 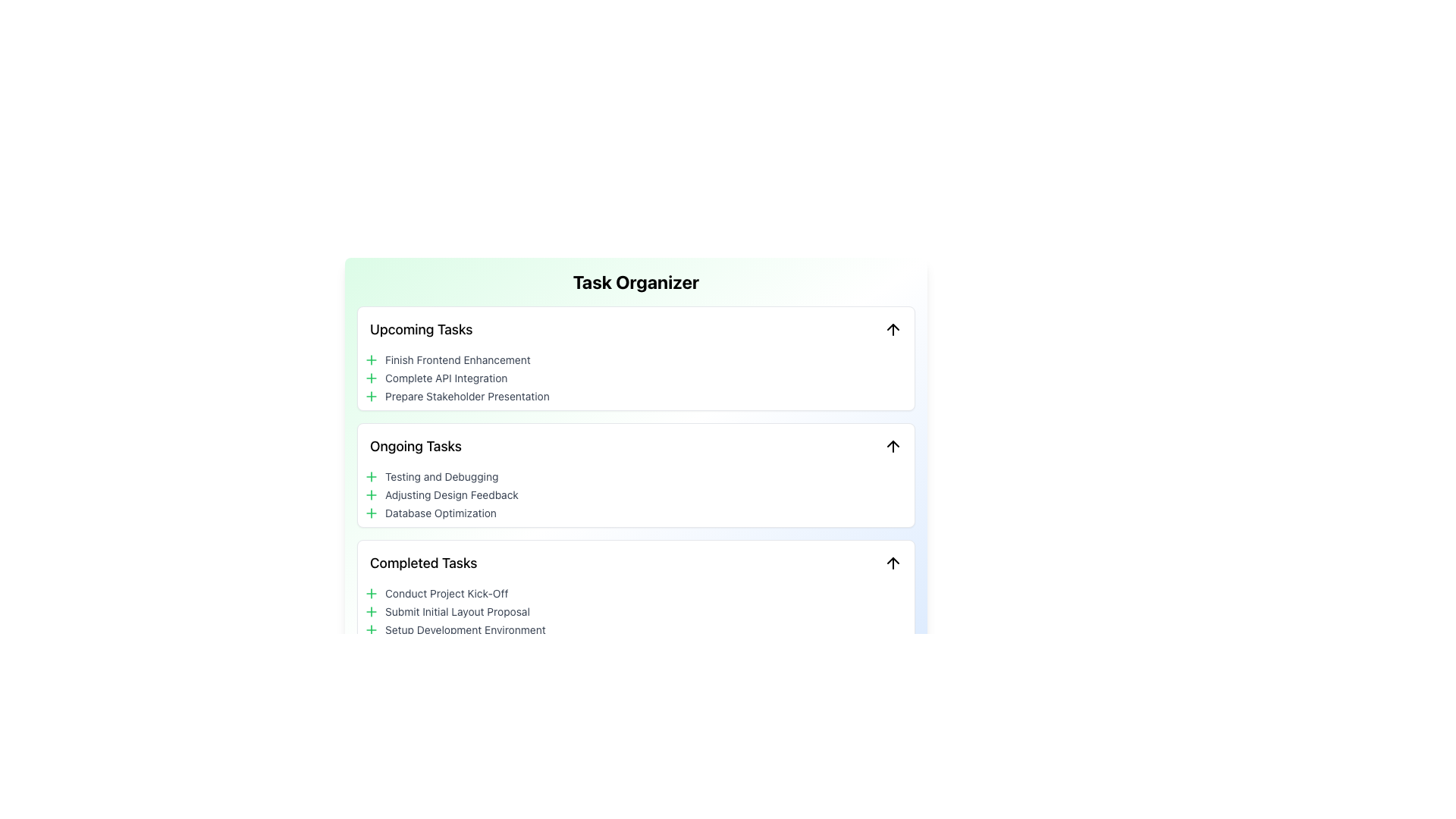 What do you see at coordinates (371, 359) in the screenshot?
I see `the icon at the start of the 'Finish Frontend Enhancement' task in the 'Upcoming Tasks' section to trigger a tooltip` at bounding box center [371, 359].